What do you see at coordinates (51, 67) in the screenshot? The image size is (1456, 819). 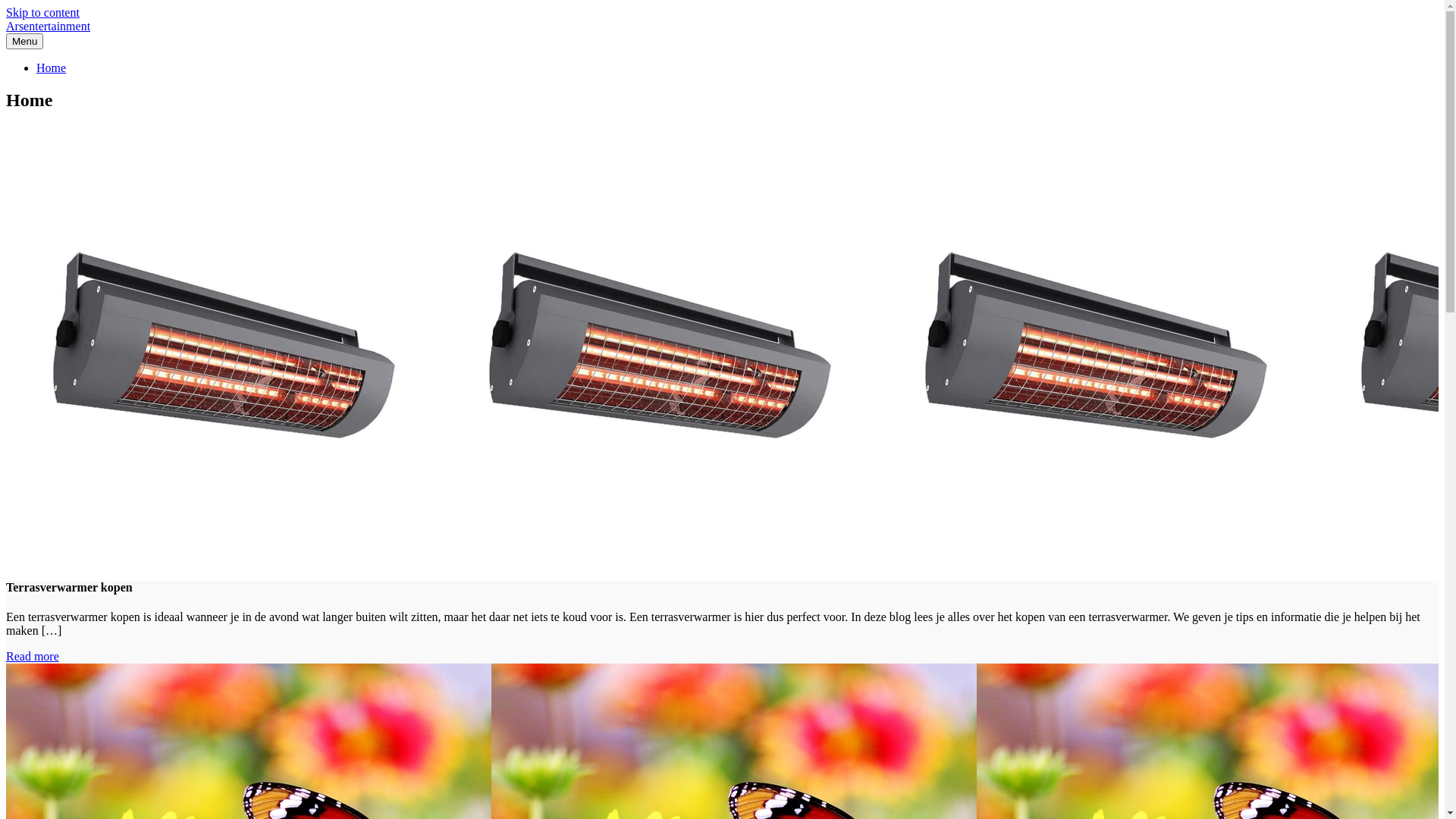 I see `'Home'` at bounding box center [51, 67].